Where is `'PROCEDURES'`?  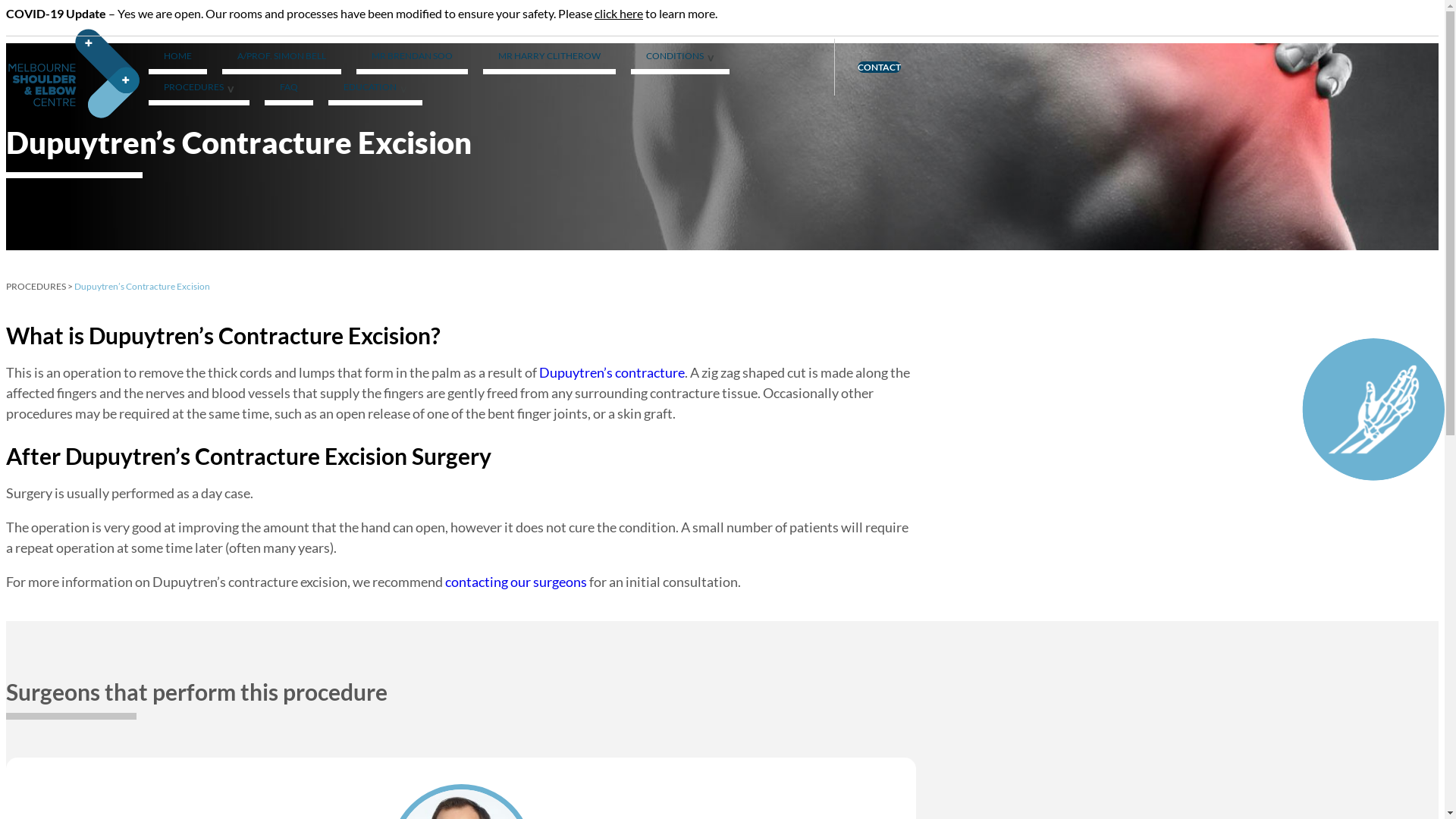 'PROCEDURES' is located at coordinates (198, 89).